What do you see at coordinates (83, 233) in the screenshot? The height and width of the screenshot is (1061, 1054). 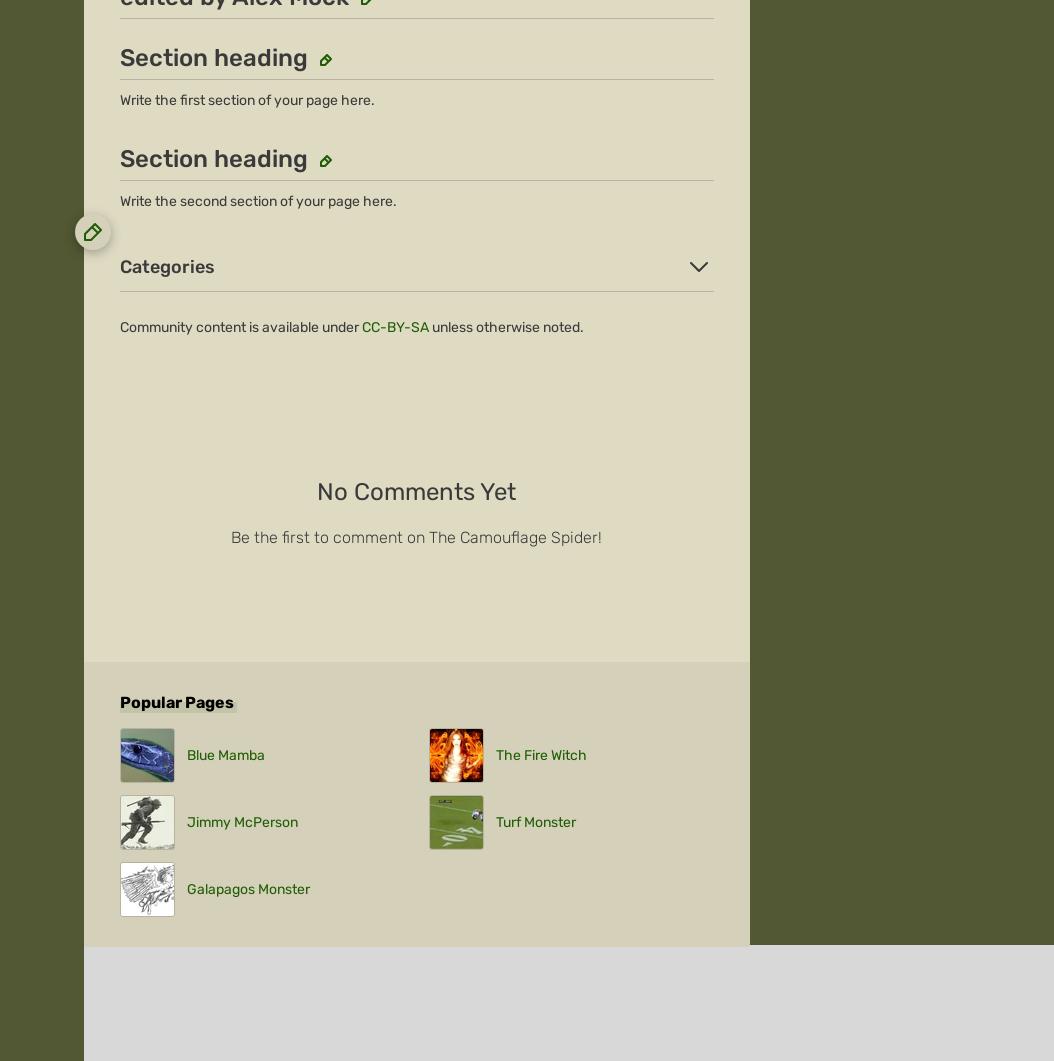 I see `'About'` at bounding box center [83, 233].